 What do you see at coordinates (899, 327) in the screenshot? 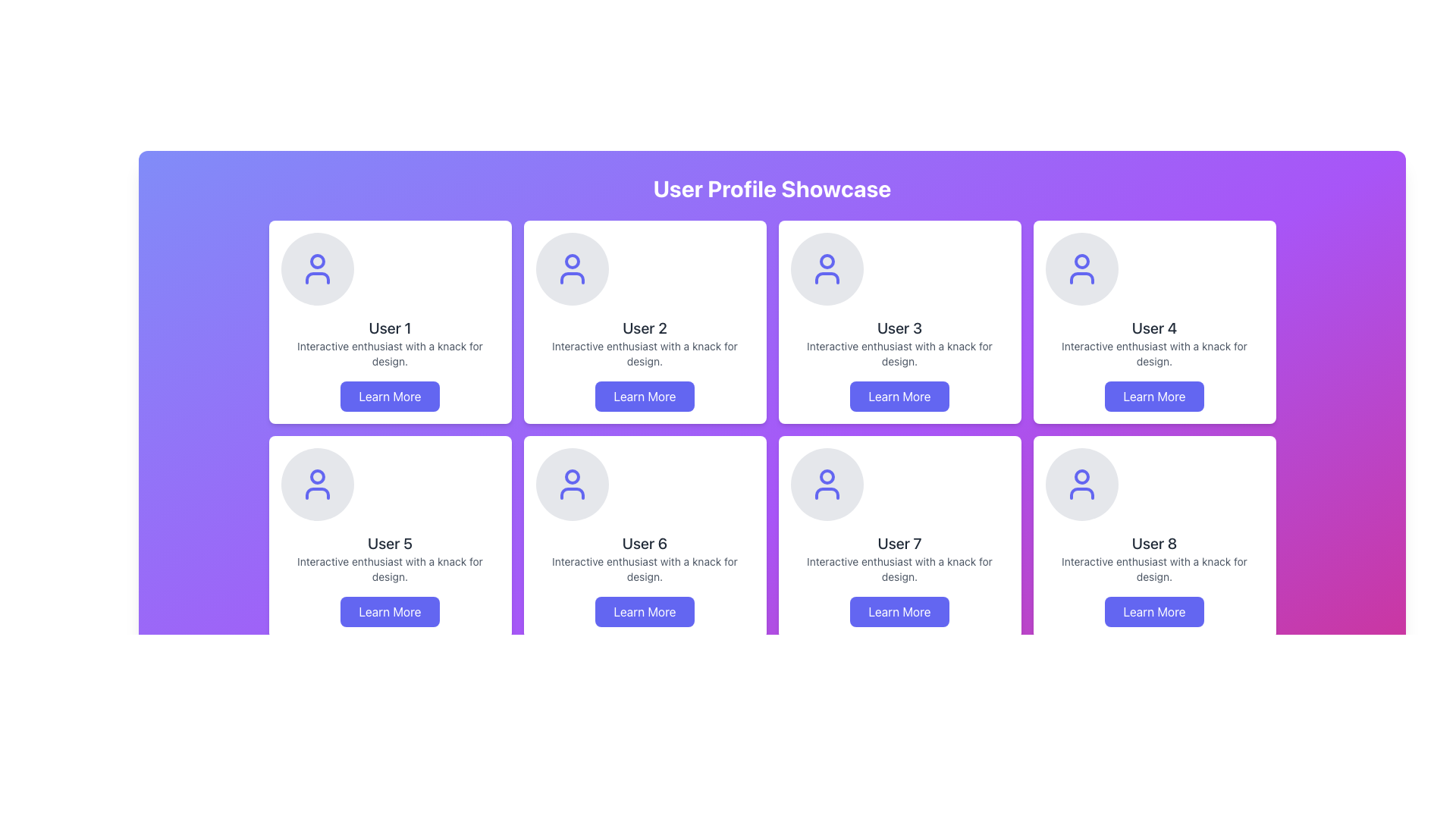
I see `the text label that reads 'User 3', styled with a large bold font in dark gray color, located centrally in the third profile card of the showcase grid` at bounding box center [899, 327].